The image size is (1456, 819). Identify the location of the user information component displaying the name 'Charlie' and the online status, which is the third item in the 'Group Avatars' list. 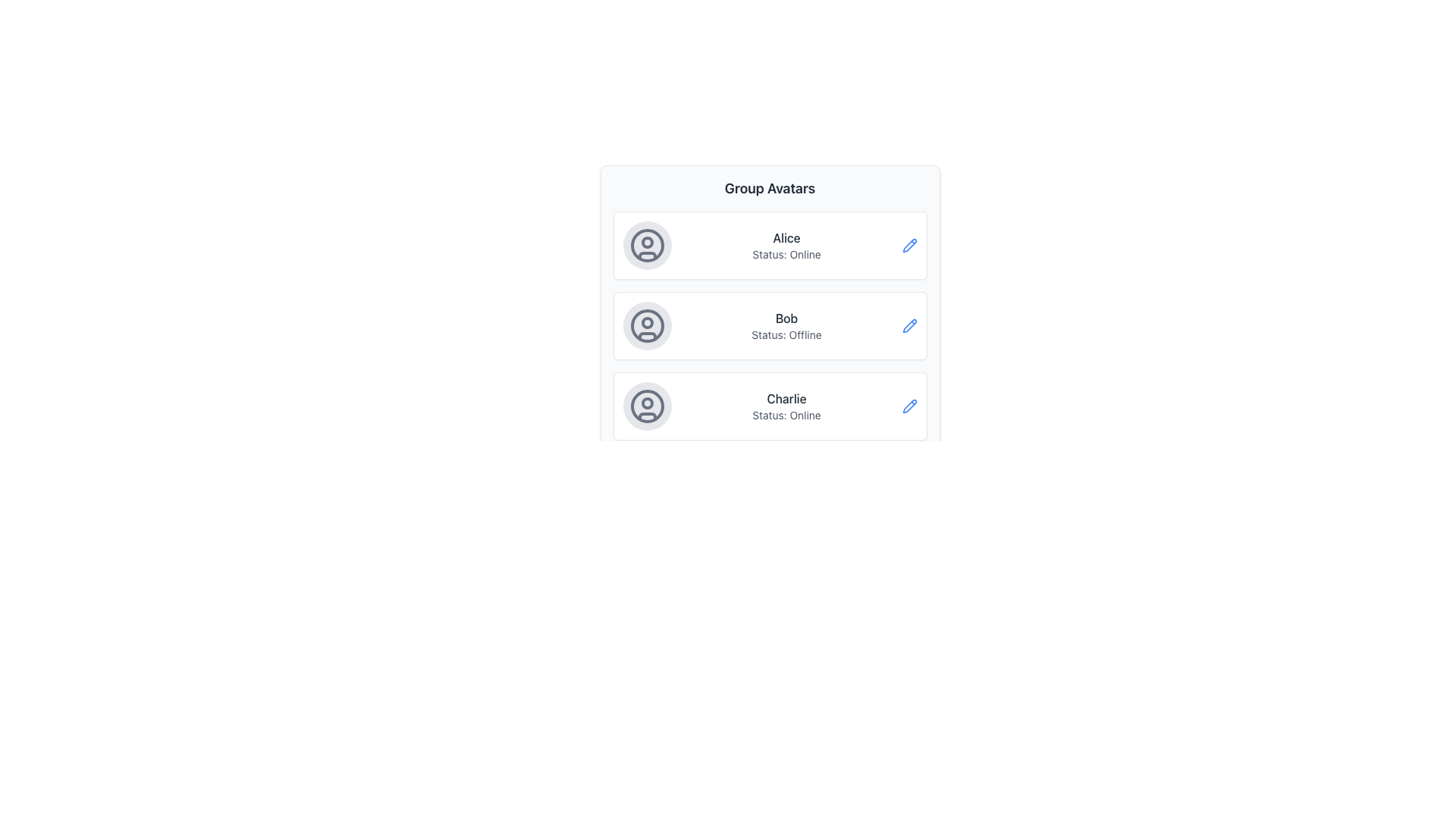
(770, 406).